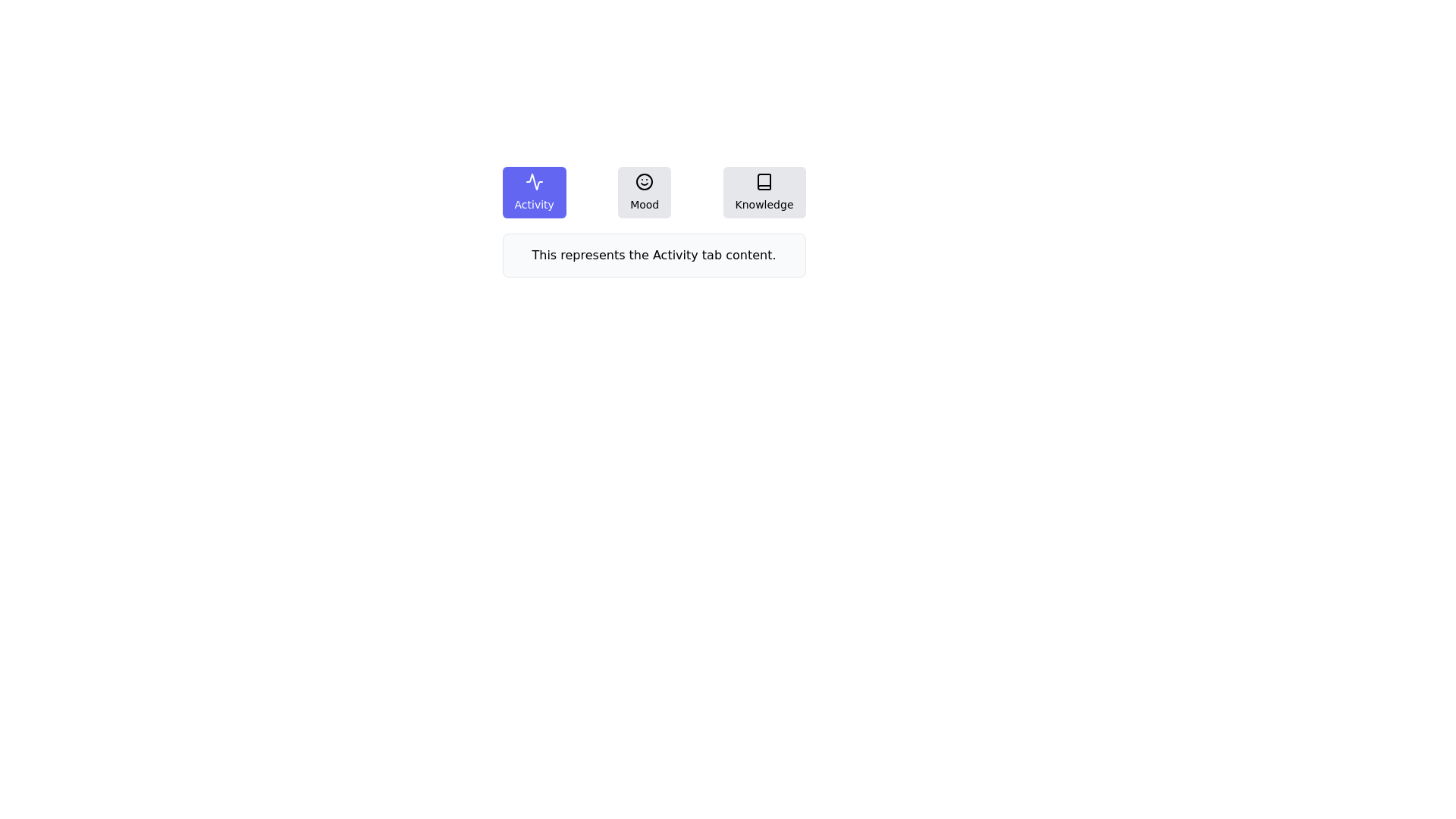  I want to click on the button with a light gray background and a black smiley face icon labeled 'Mood', so click(644, 192).